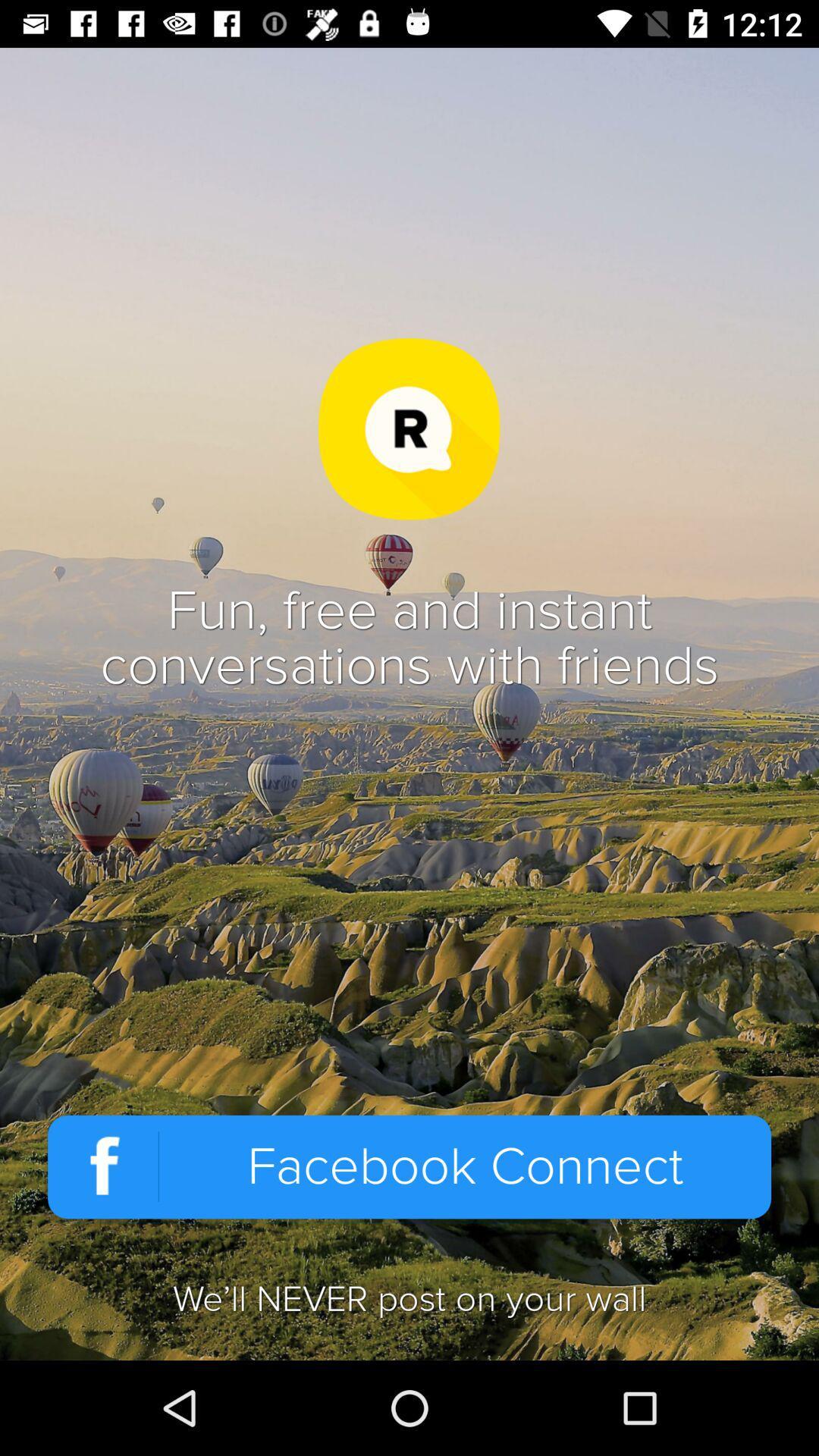  What do you see at coordinates (409, 1166) in the screenshot?
I see `facebook connect` at bounding box center [409, 1166].